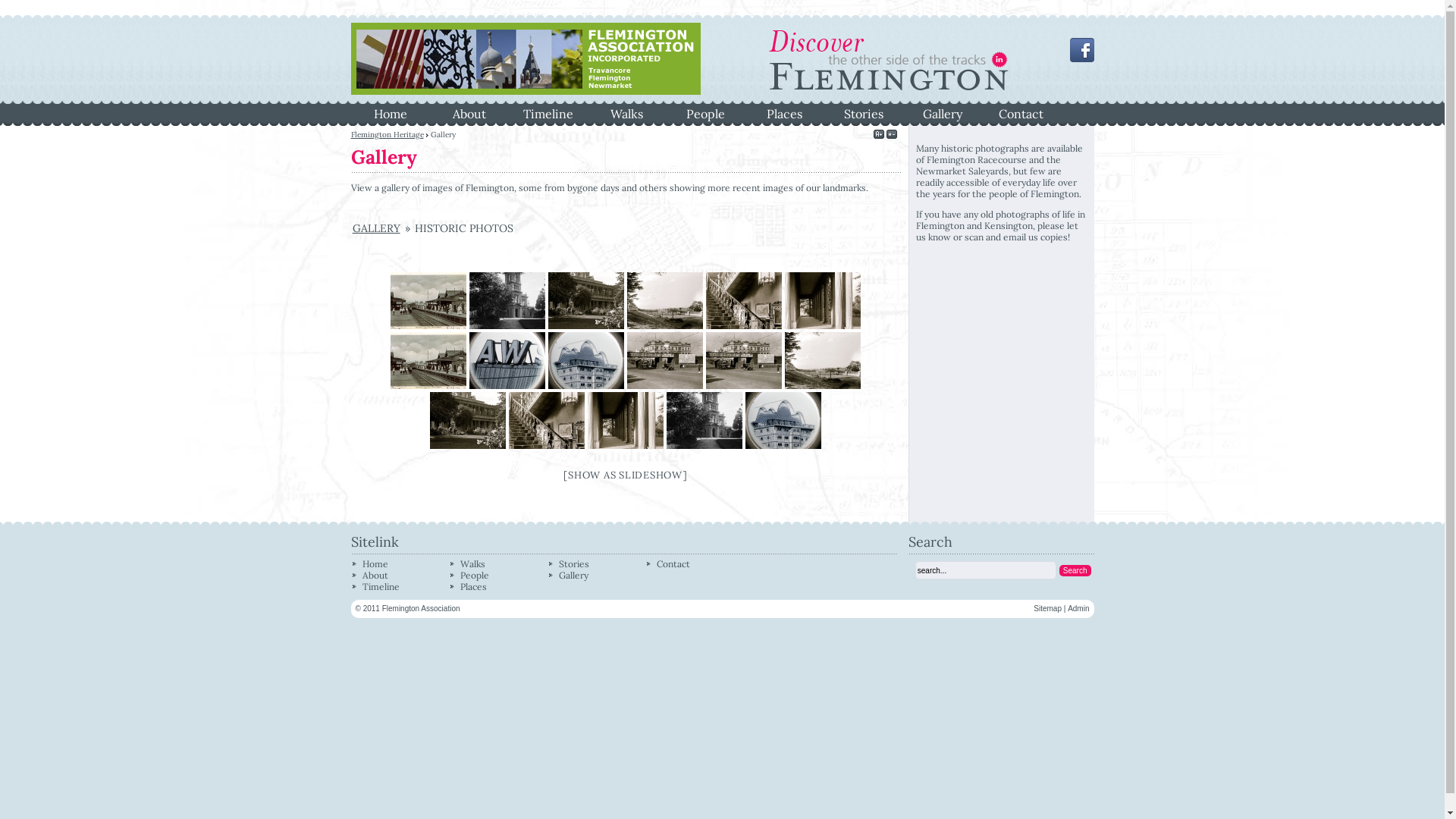 This screenshot has width=1456, height=819. Describe the element at coordinates (472, 563) in the screenshot. I see `'Walks'` at that location.